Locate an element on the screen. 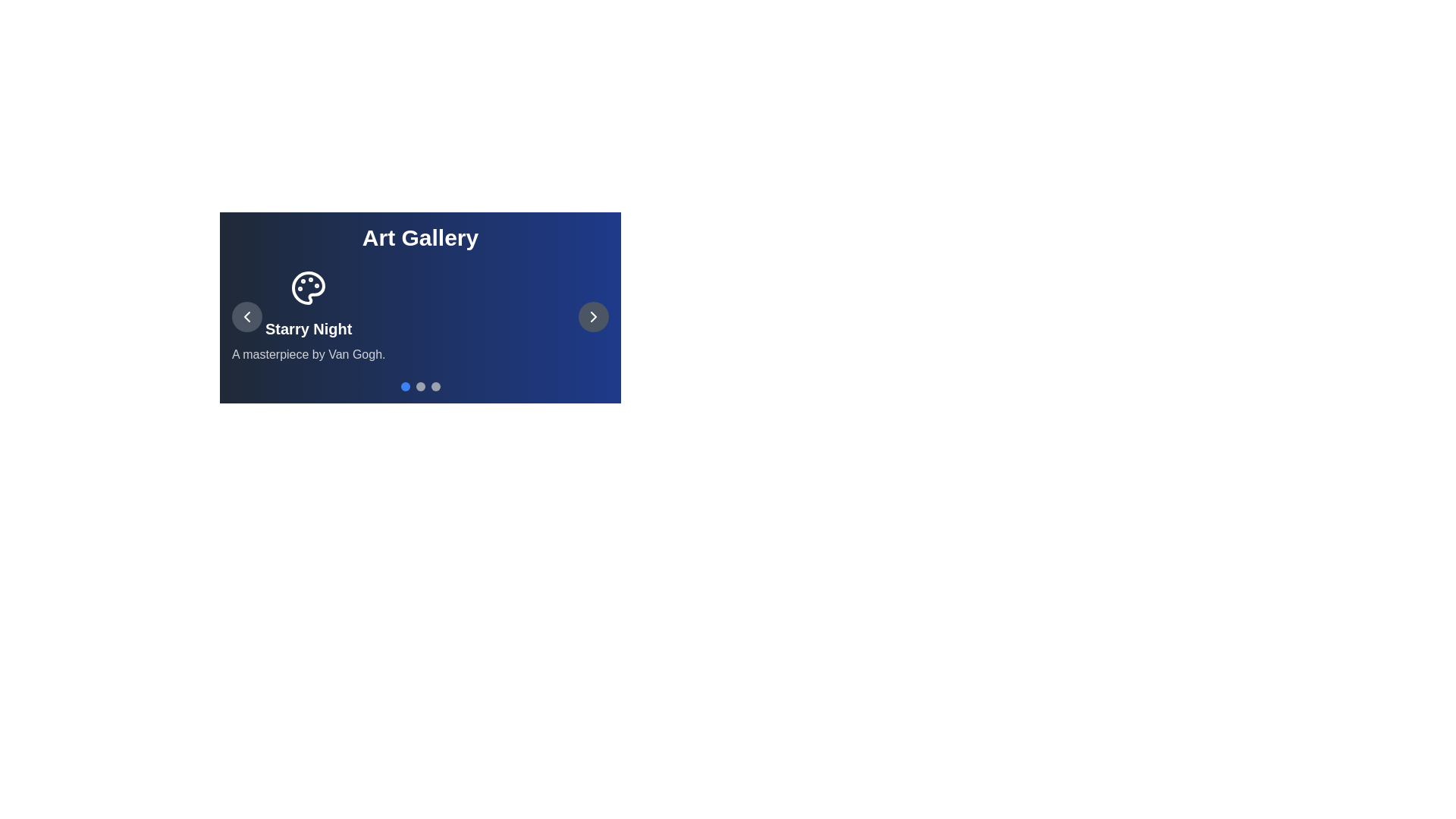 This screenshot has height=819, width=1456. the artwork icon to trigger a detailed view is located at coordinates (308, 288).